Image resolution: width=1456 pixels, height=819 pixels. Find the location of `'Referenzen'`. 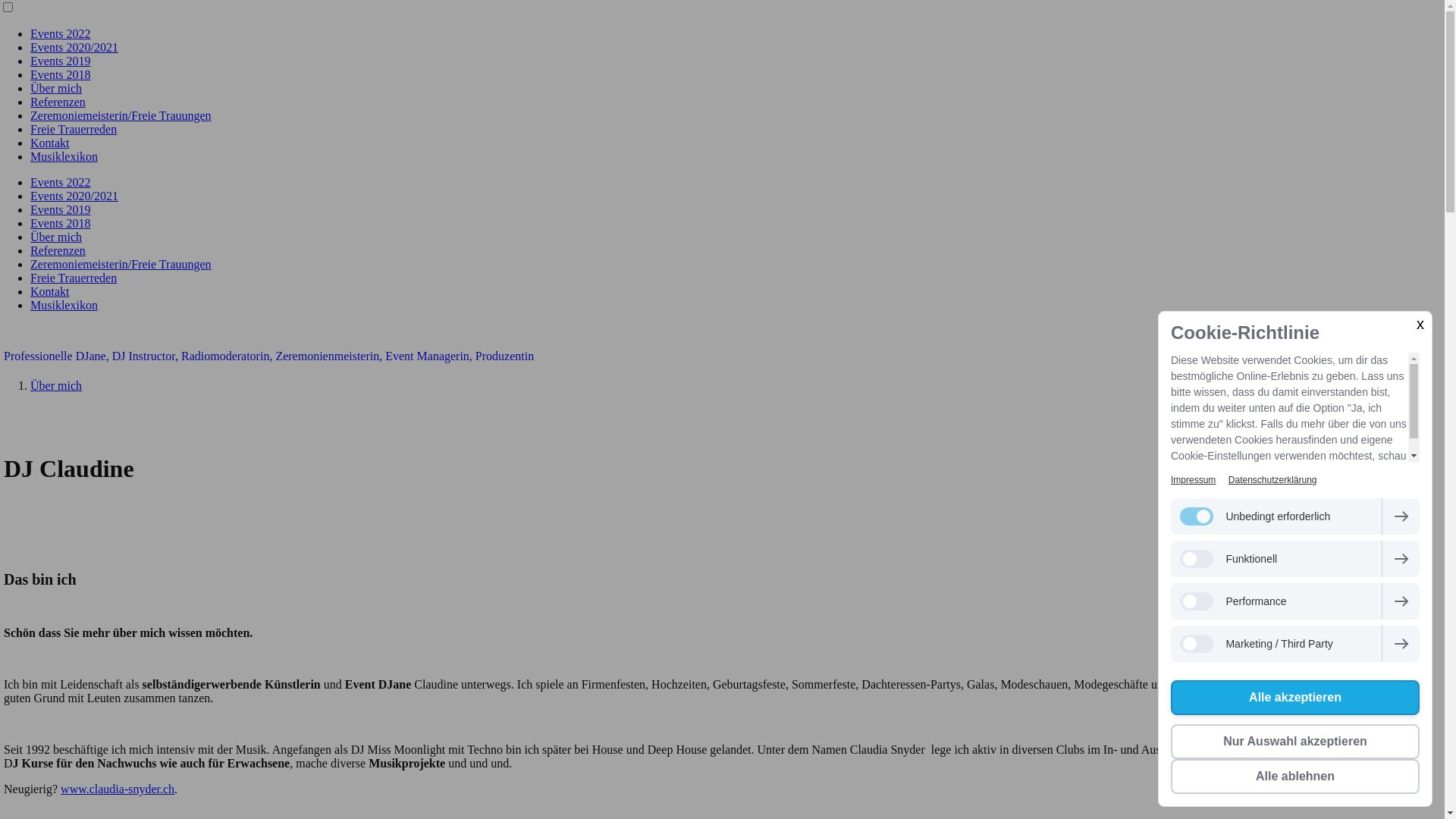

'Referenzen' is located at coordinates (58, 249).